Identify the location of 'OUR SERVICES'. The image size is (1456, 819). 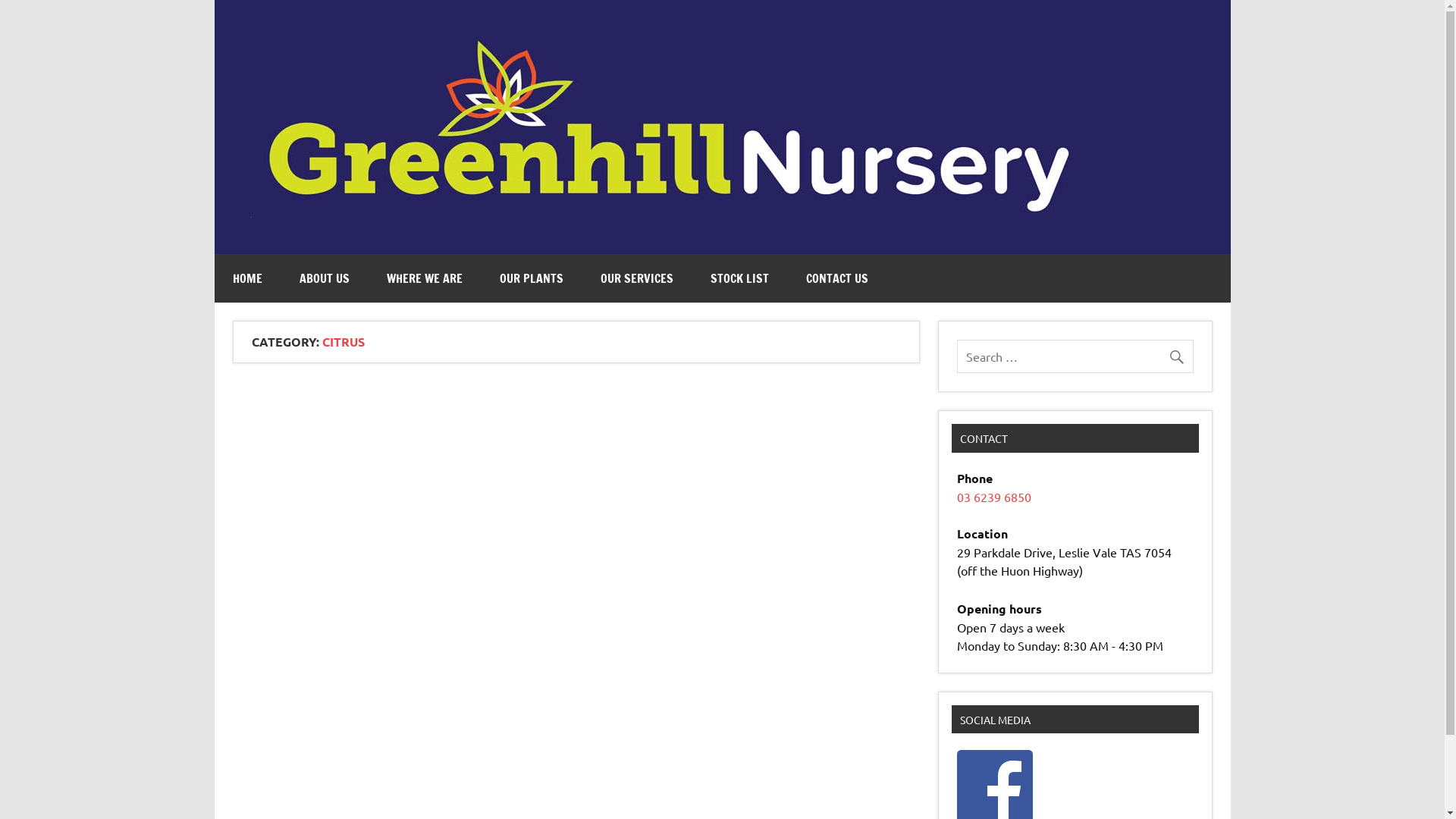
(637, 278).